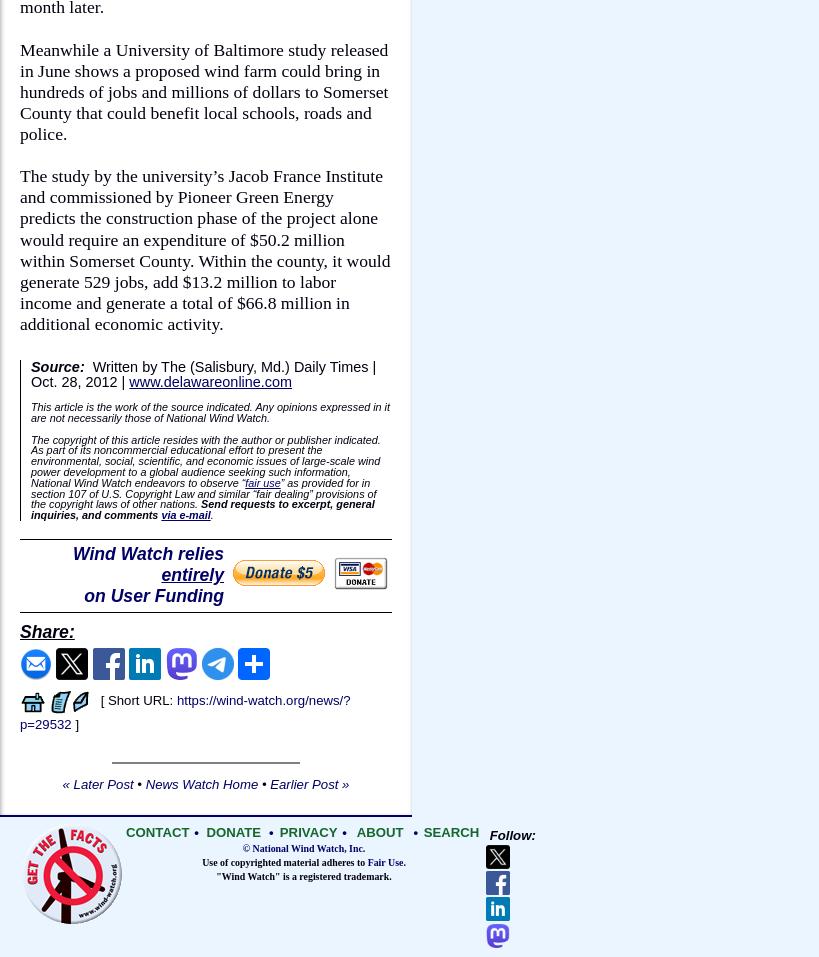  I want to click on 'on User Funding', so click(152, 595).